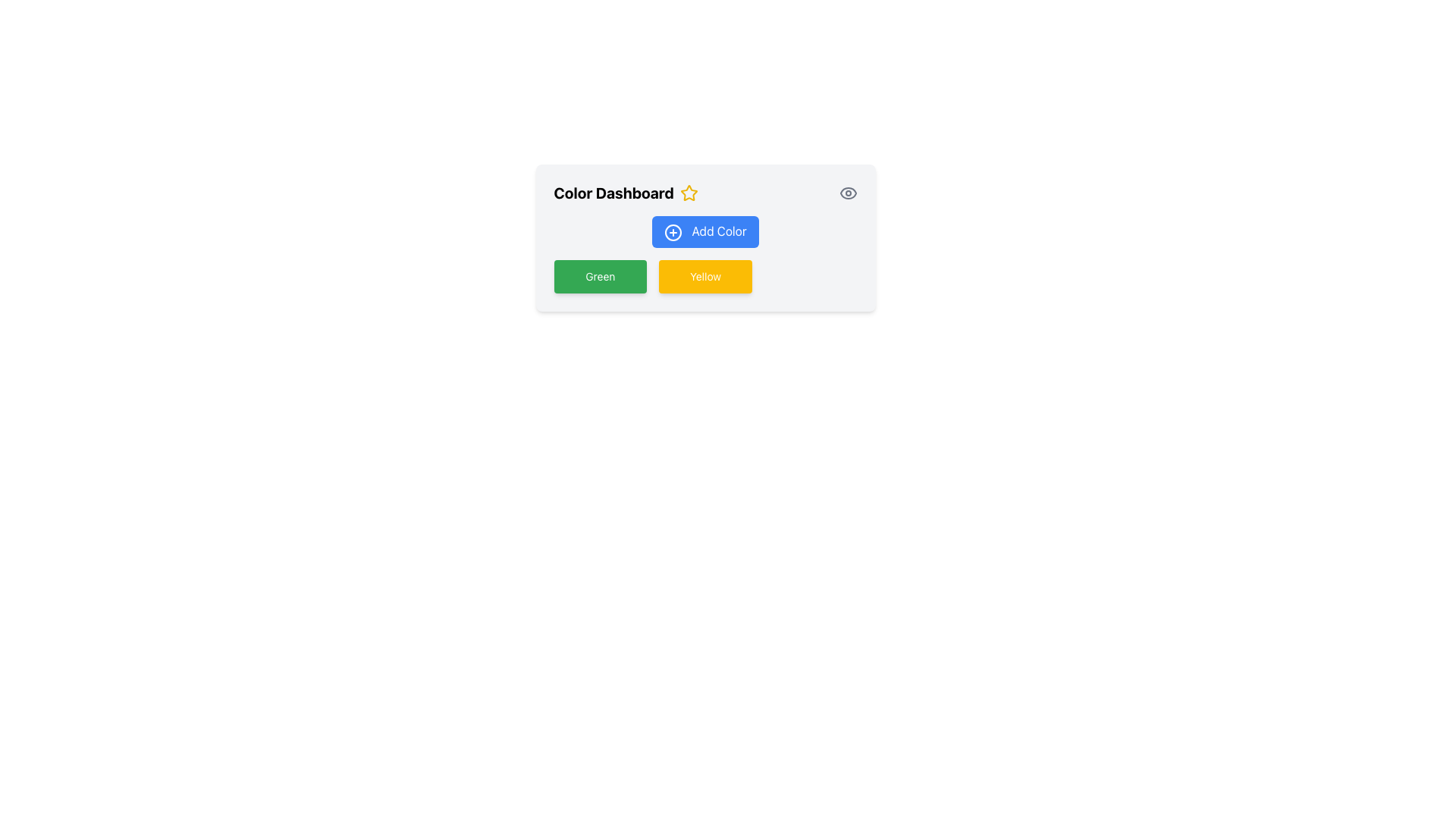 The image size is (1456, 819). Describe the element at coordinates (704, 276) in the screenshot. I see `the 'Yellow' color label, which is the second button in a horizontal row of two buttons, located to the right of the 'Green' button` at that location.